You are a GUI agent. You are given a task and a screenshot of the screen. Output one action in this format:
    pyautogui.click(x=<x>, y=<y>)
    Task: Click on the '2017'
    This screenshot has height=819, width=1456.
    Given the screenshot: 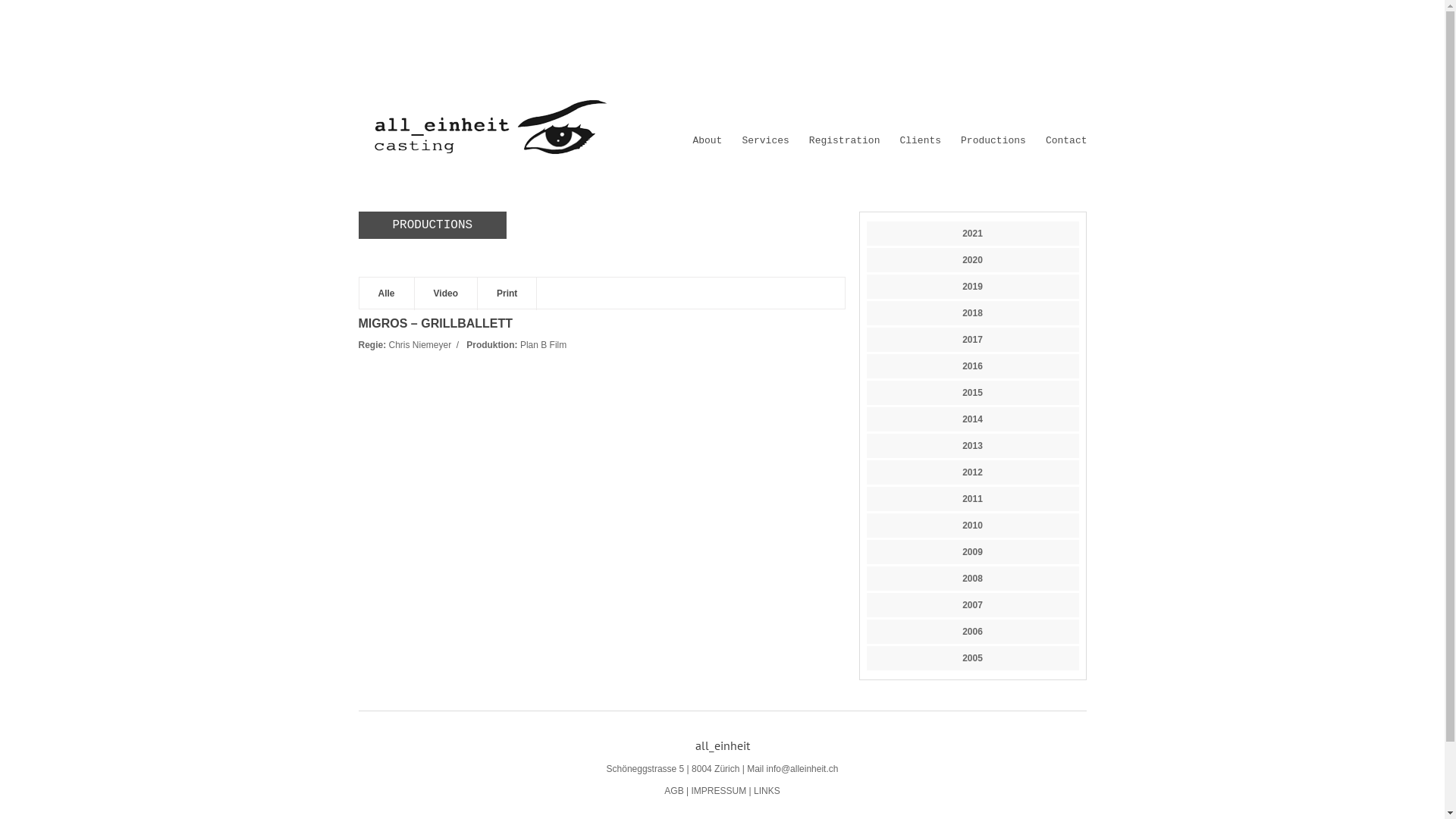 What is the action you would take?
    pyautogui.click(x=971, y=338)
    